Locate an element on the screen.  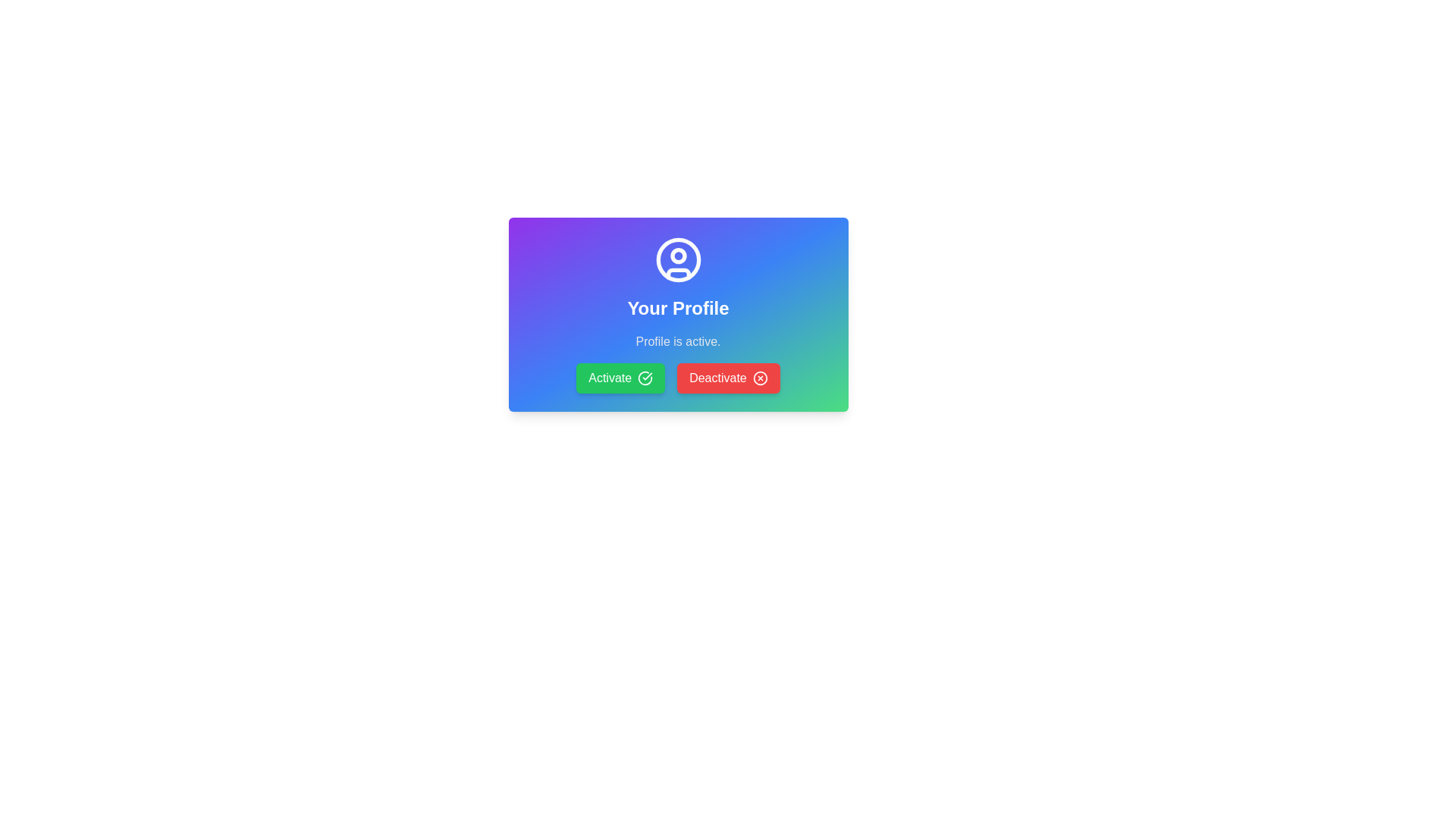
the center-aligned static text displaying 'Your Profile' in bold, which is located beneath a circular user icon and above the text 'Profile is active' is located at coordinates (677, 308).